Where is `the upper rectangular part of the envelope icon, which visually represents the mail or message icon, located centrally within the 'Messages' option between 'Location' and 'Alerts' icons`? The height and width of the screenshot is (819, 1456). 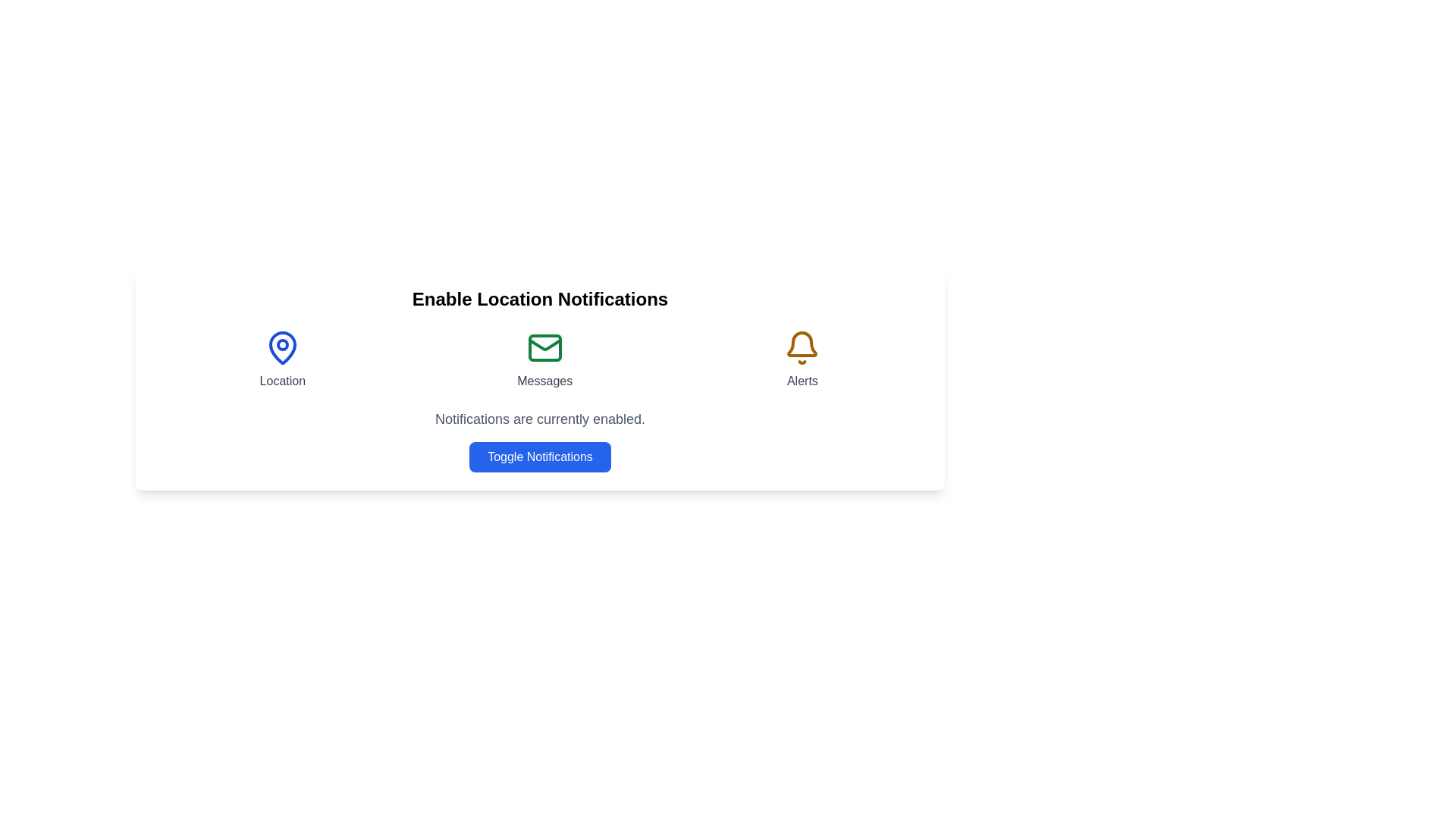
the upper rectangular part of the envelope icon, which visually represents the mail or message icon, located centrally within the 'Messages' option between 'Location' and 'Alerts' icons is located at coordinates (544, 348).